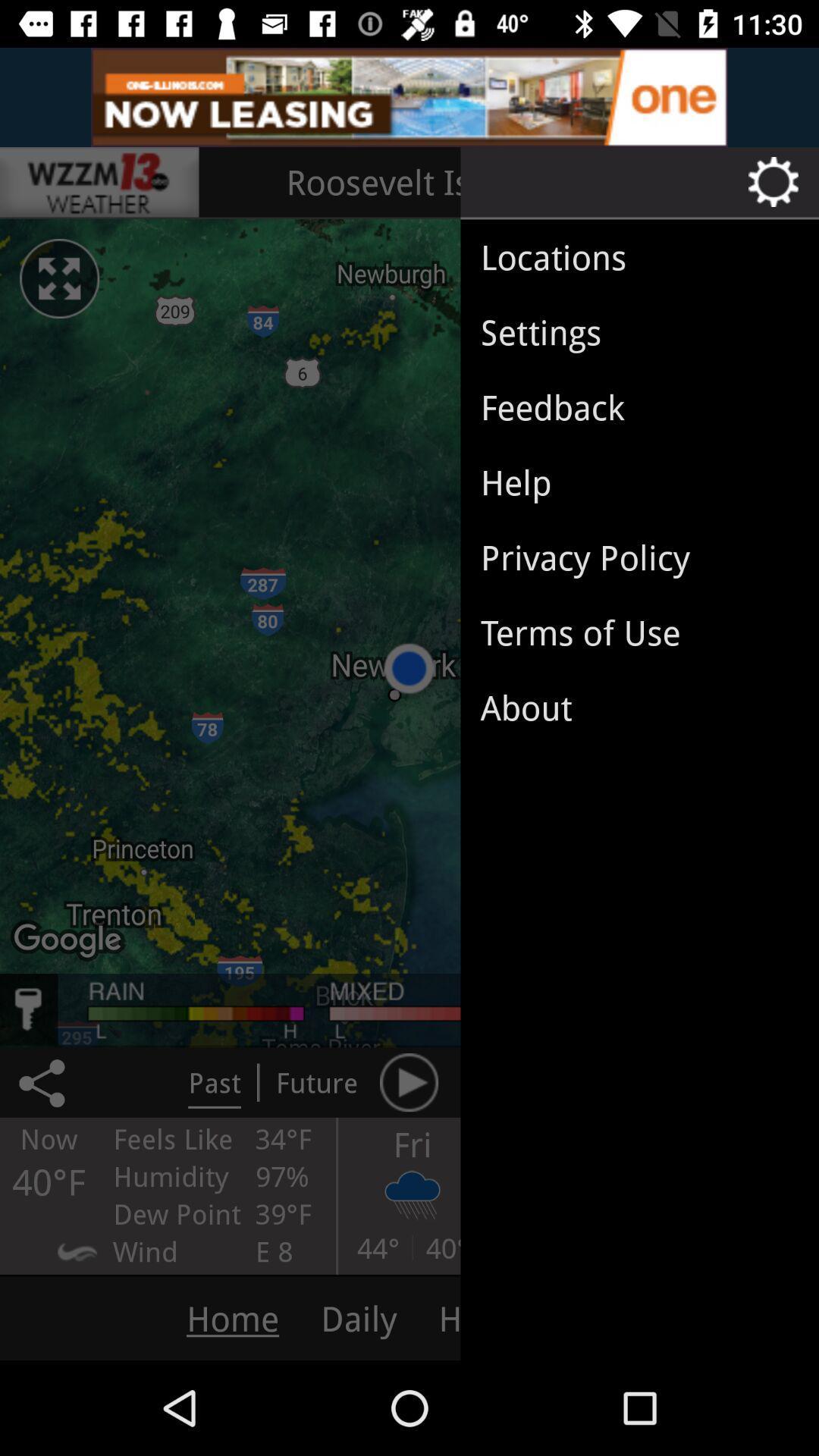  Describe the element at coordinates (44, 1081) in the screenshot. I see `the share icon` at that location.